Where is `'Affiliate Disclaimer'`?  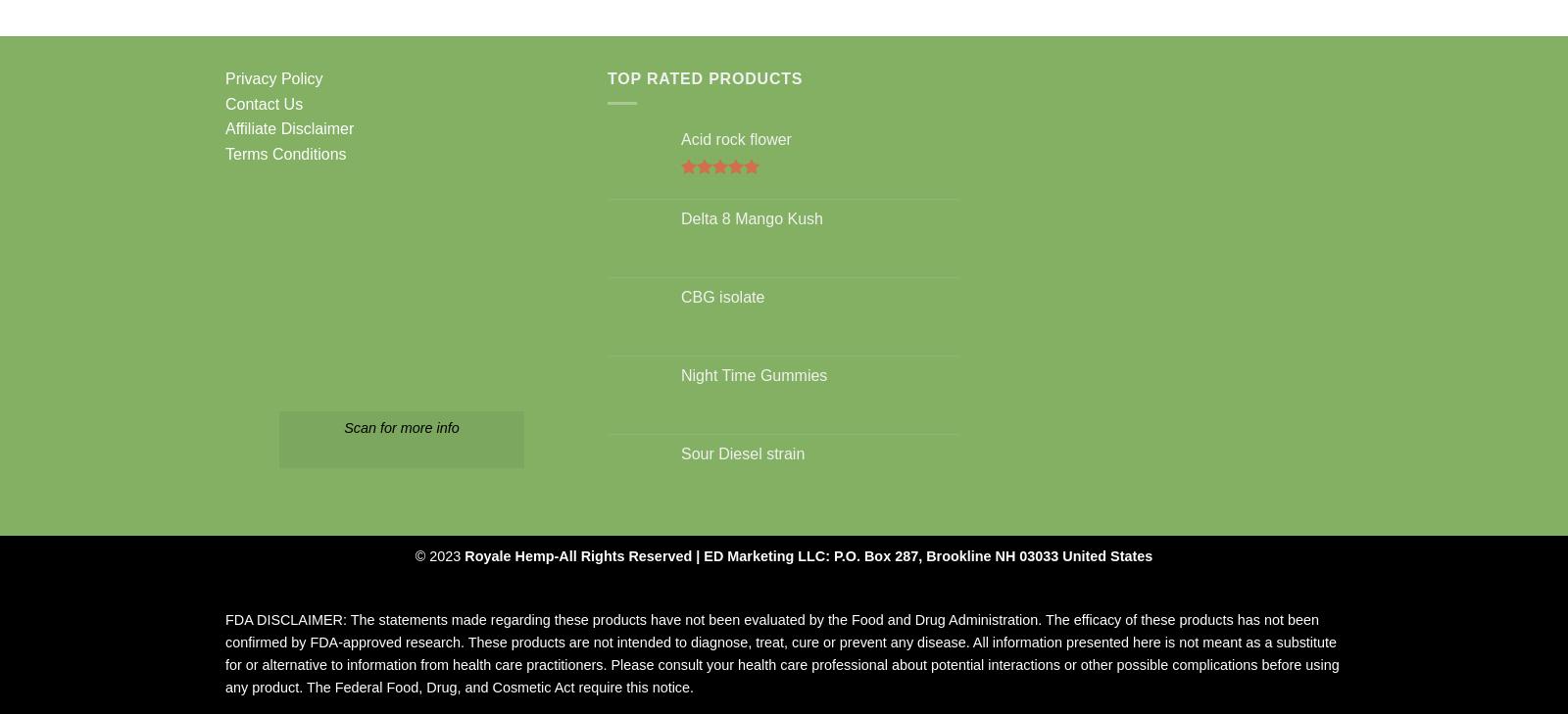
'Affiliate Disclaimer' is located at coordinates (289, 127).